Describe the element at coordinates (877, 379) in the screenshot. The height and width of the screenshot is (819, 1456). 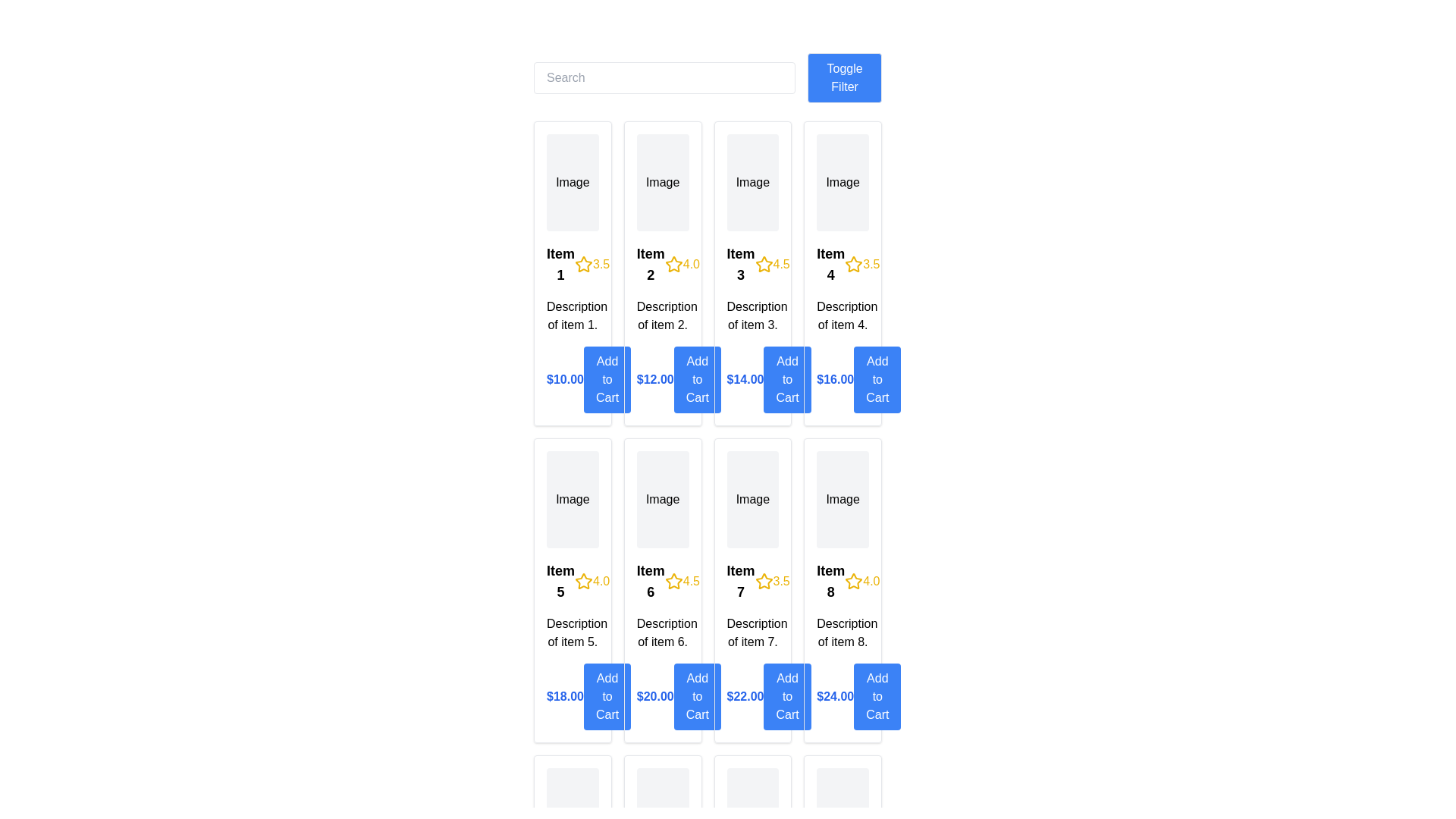
I see `the button in the fourth column of the first row` at that location.